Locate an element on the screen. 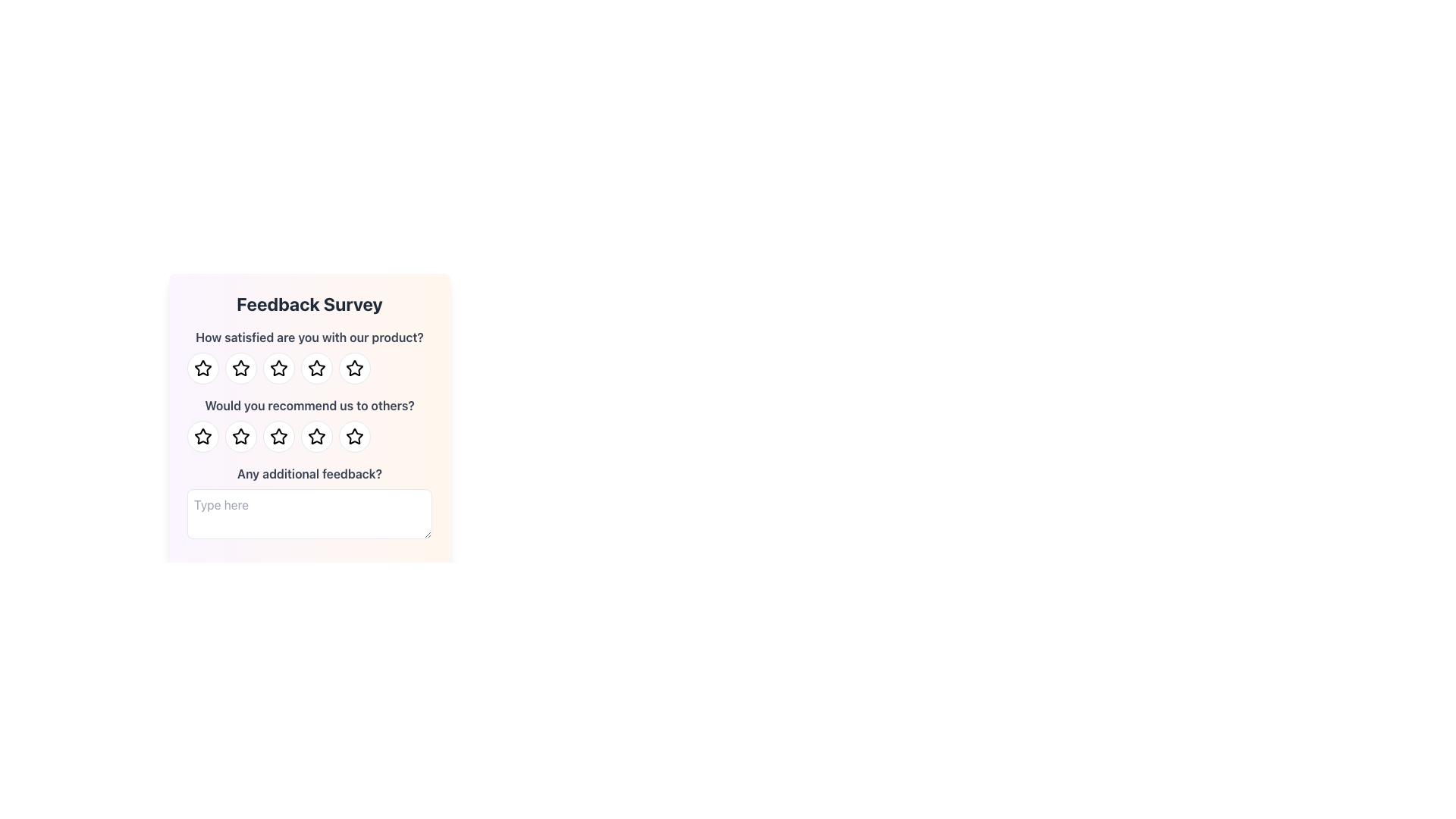 This screenshot has height=819, width=1456. the third star-shaped rating icon in the first row of the rating scale component under the question 'How satisfied are you with our product?' is located at coordinates (315, 369).